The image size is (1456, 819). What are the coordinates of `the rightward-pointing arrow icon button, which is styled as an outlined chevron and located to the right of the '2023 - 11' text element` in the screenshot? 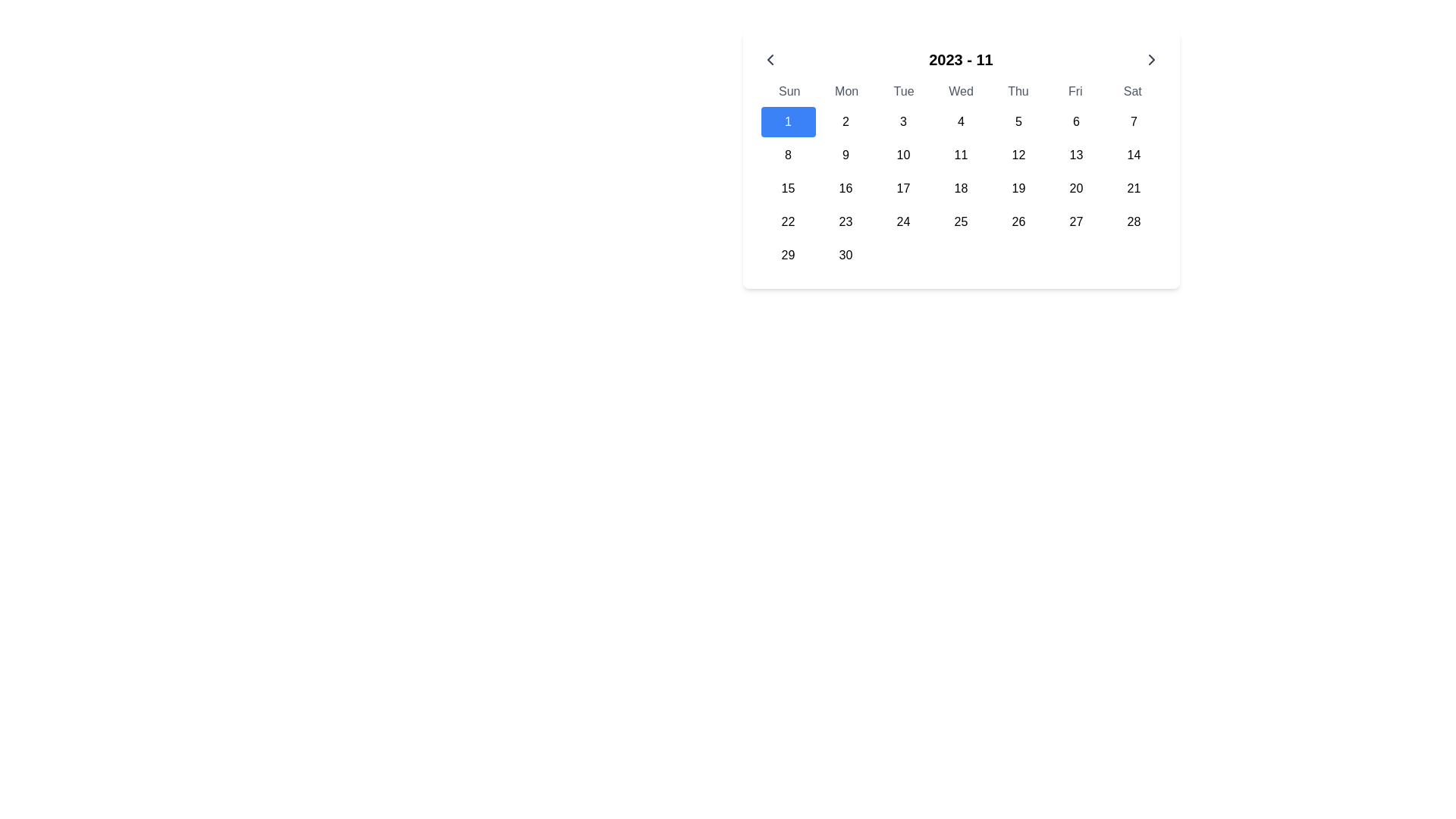 It's located at (1152, 58).